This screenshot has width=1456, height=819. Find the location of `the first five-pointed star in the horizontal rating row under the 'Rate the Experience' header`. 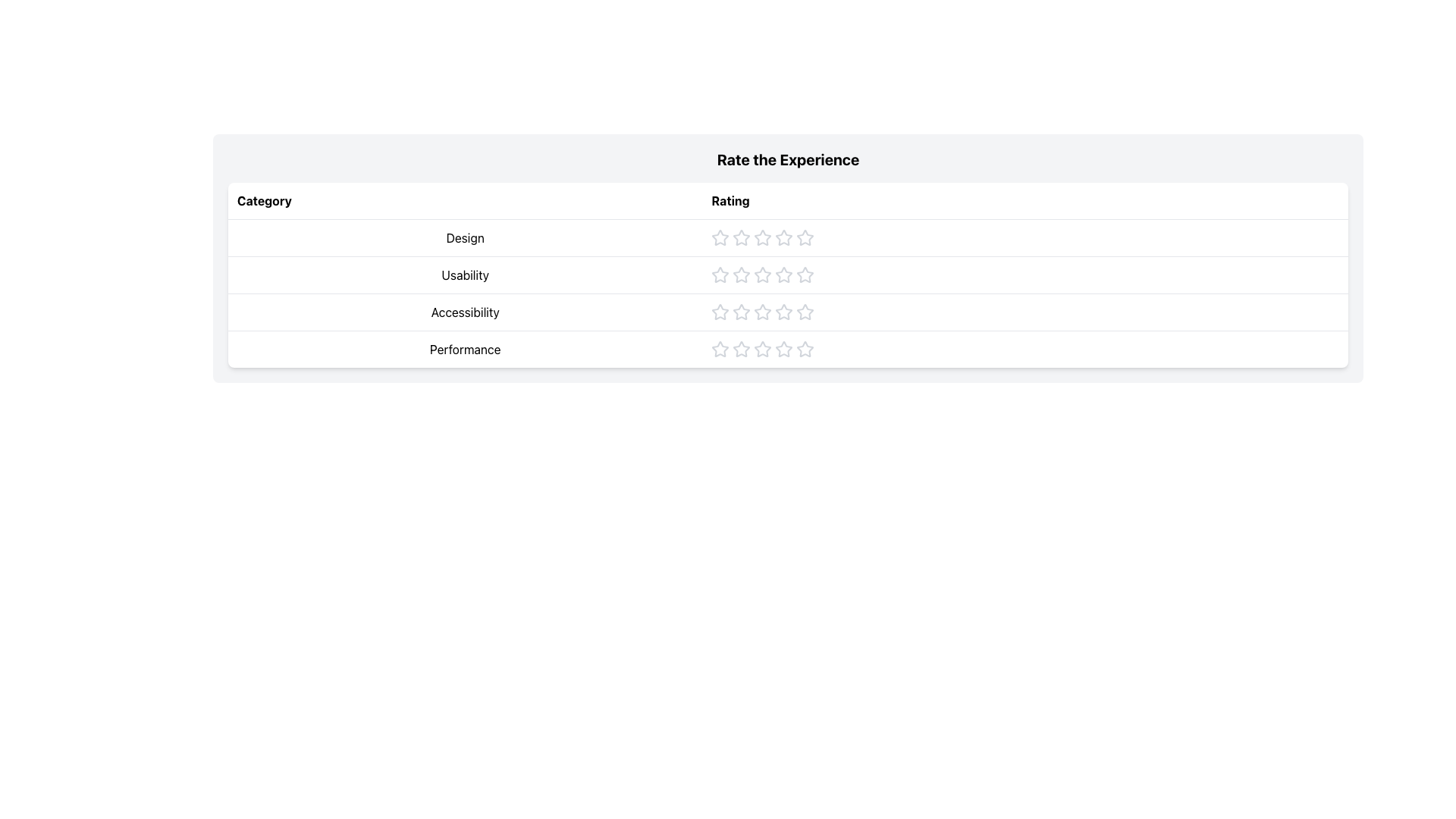

the first five-pointed star in the horizontal rating row under the 'Rate the Experience' header is located at coordinates (742, 237).